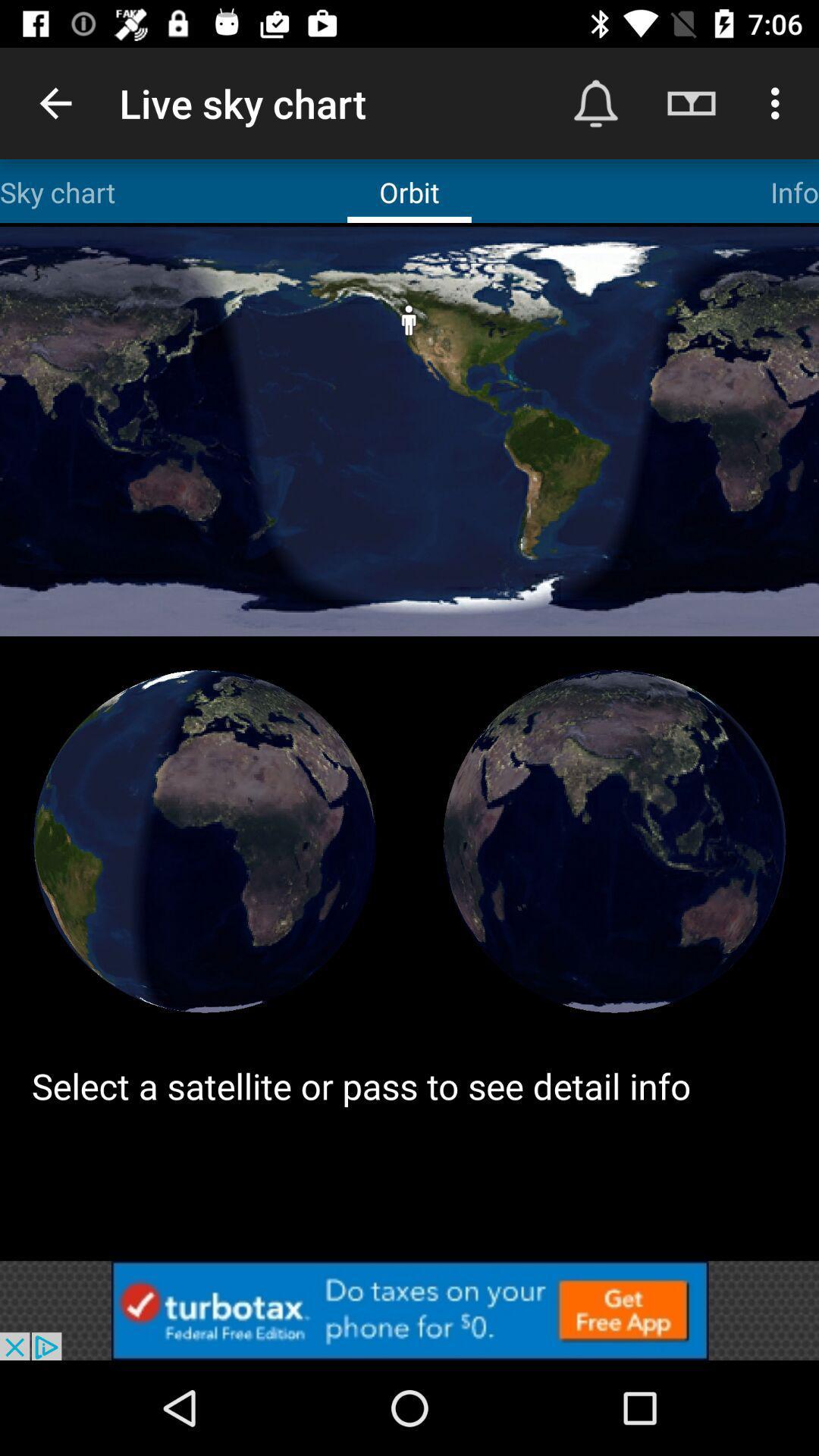 The image size is (819, 1456). Describe the element at coordinates (409, 1310) in the screenshot. I see `open advertisement` at that location.